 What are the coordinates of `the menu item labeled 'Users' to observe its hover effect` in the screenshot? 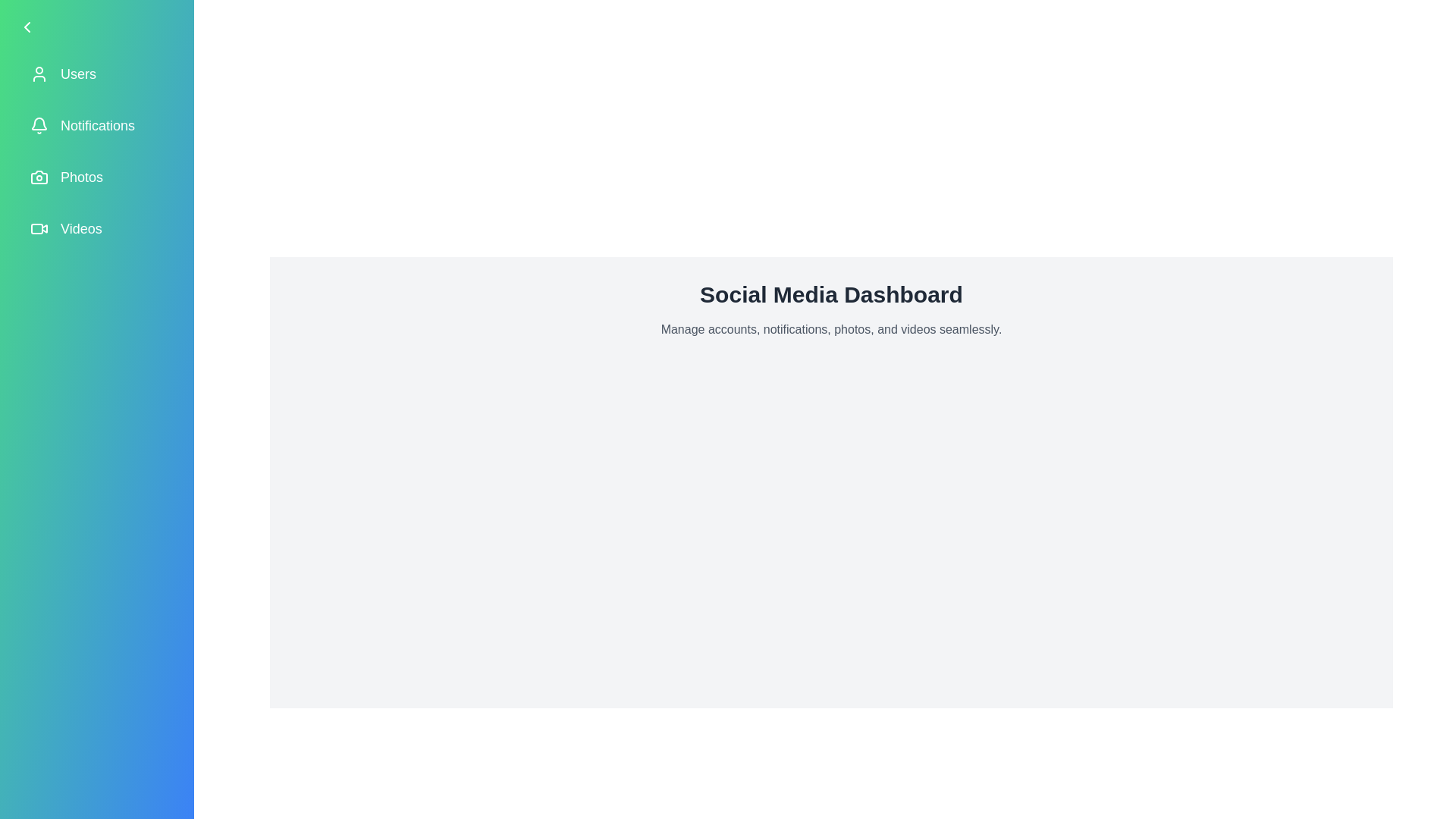 It's located at (96, 74).